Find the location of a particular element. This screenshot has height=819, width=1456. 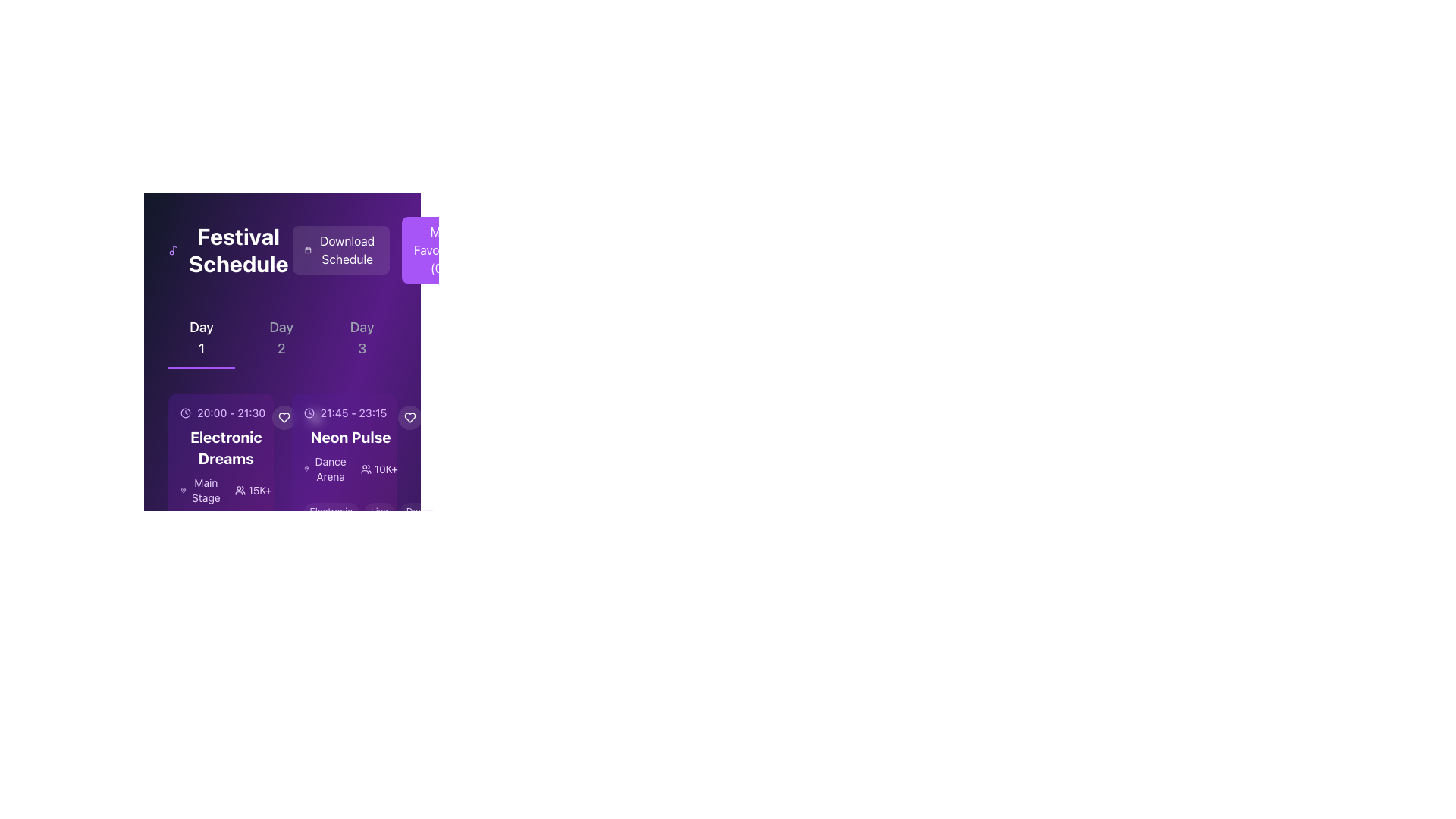

the small circular button with a heart icon located in the upper-right corner of the 'Neon Pulse' card is located at coordinates (409, 418).